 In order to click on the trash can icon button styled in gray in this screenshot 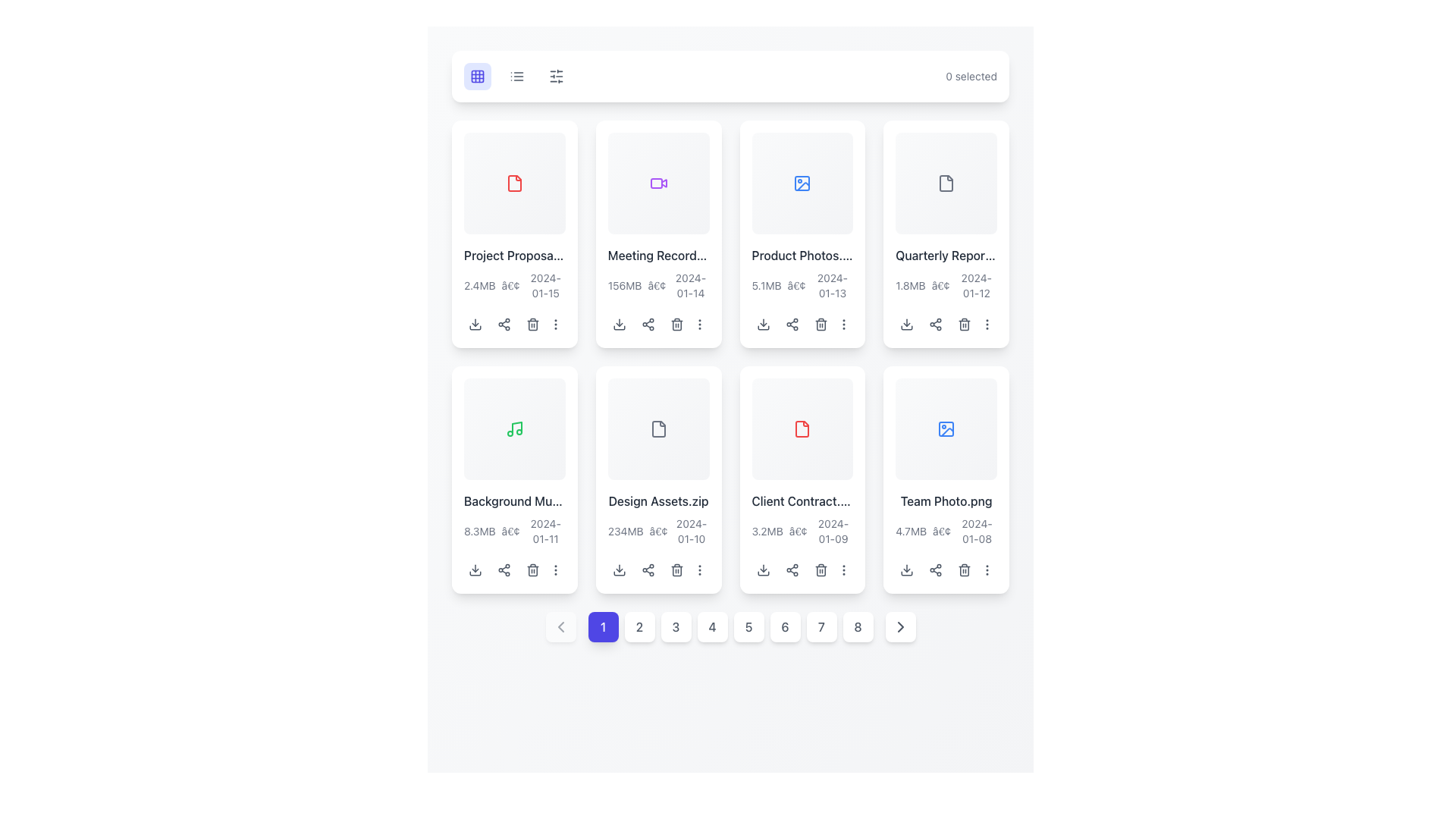, I will do `click(820, 323)`.